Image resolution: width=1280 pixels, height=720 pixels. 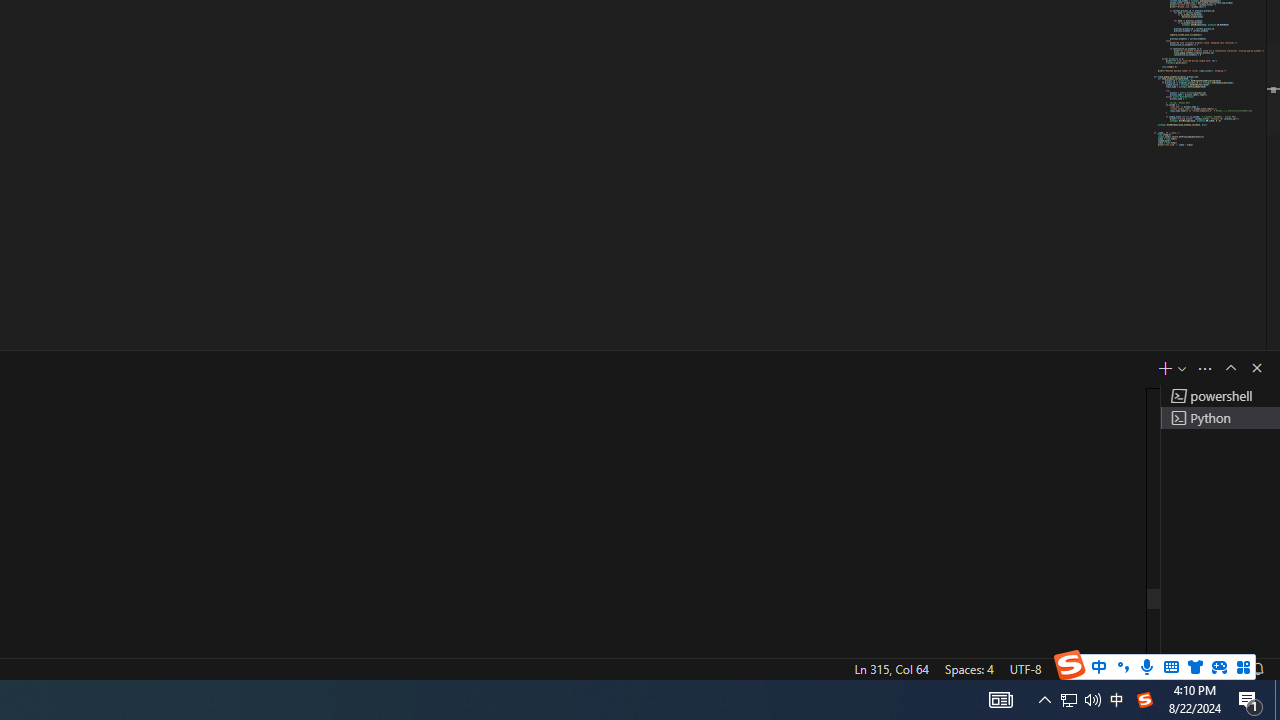 What do you see at coordinates (1204, 368) in the screenshot?
I see `'Views and More Actions...'` at bounding box center [1204, 368].